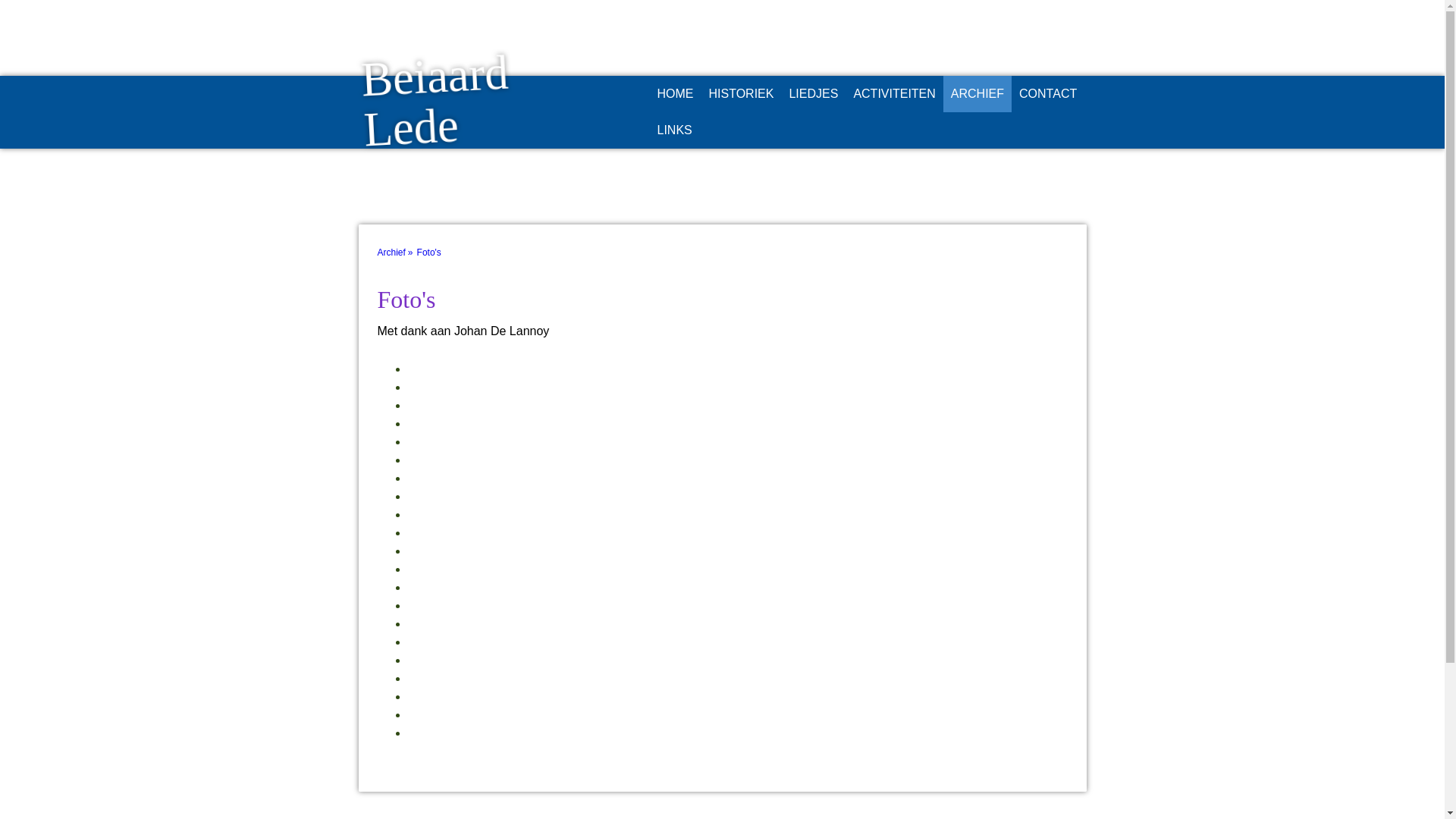 This screenshot has width=1456, height=819. I want to click on 'Archief', so click(397, 251).